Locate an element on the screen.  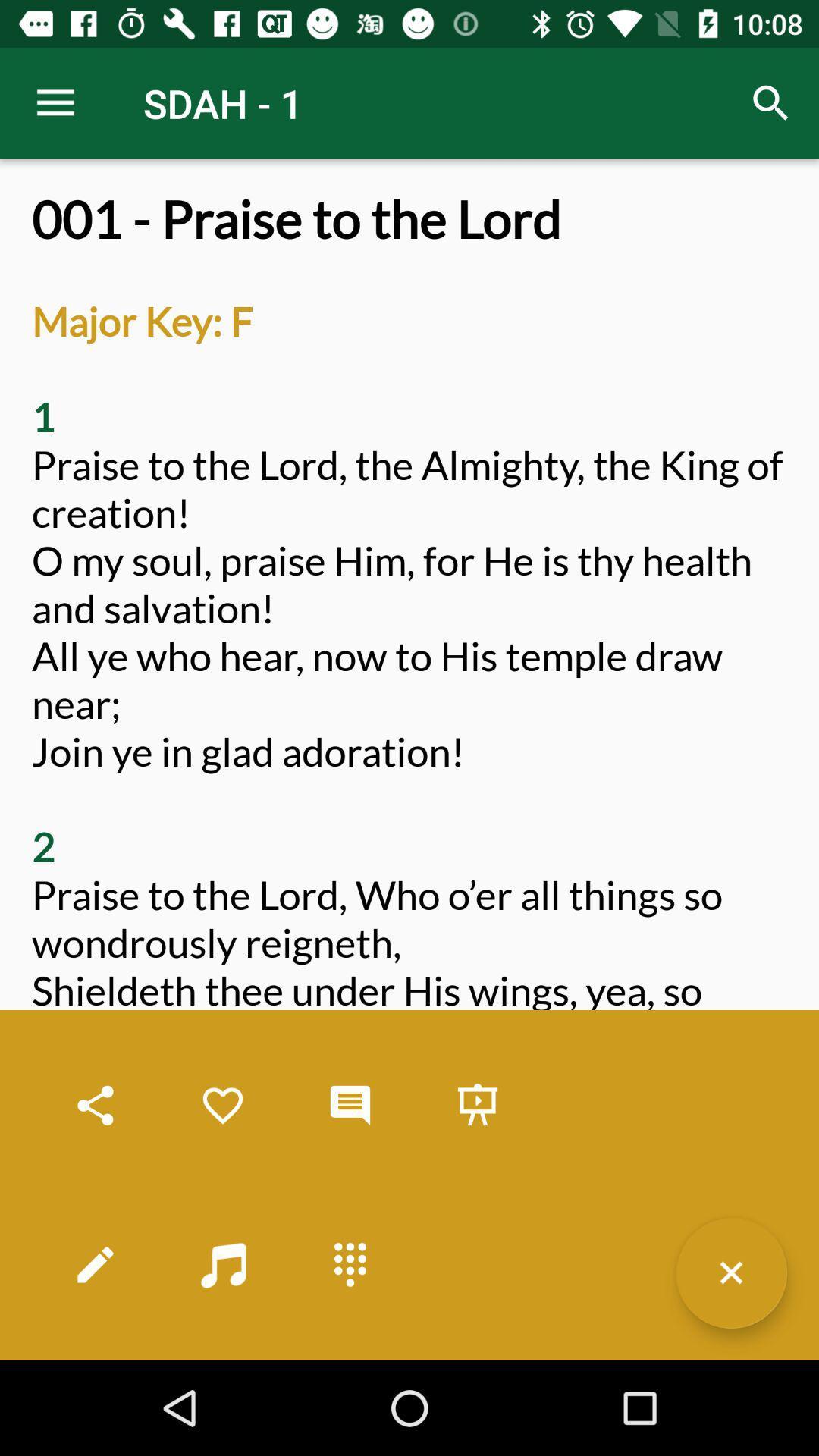
main menu is located at coordinates (350, 1264).